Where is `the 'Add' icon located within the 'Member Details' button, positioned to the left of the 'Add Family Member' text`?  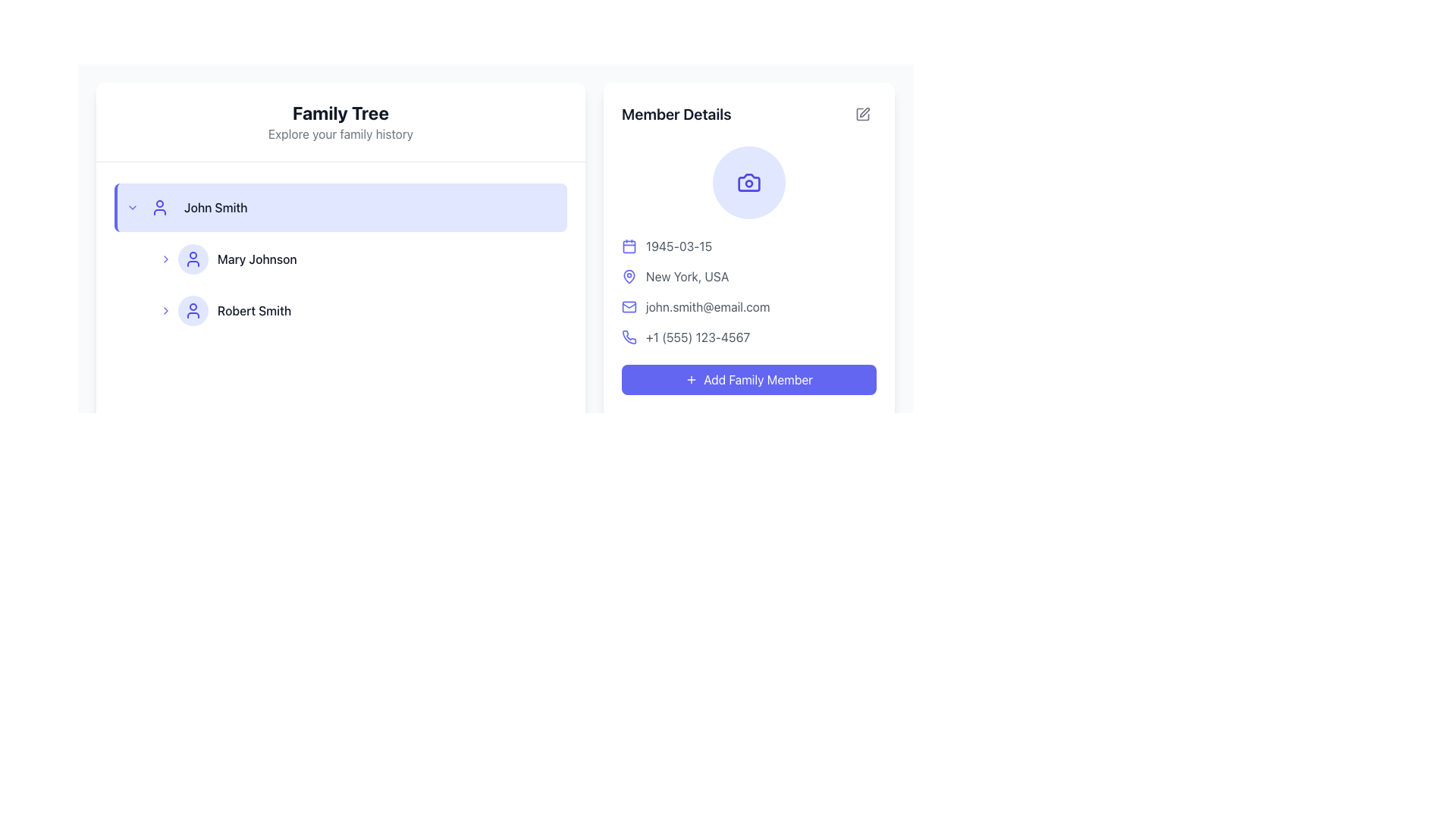 the 'Add' icon located within the 'Member Details' button, positioned to the left of the 'Add Family Member' text is located at coordinates (691, 379).